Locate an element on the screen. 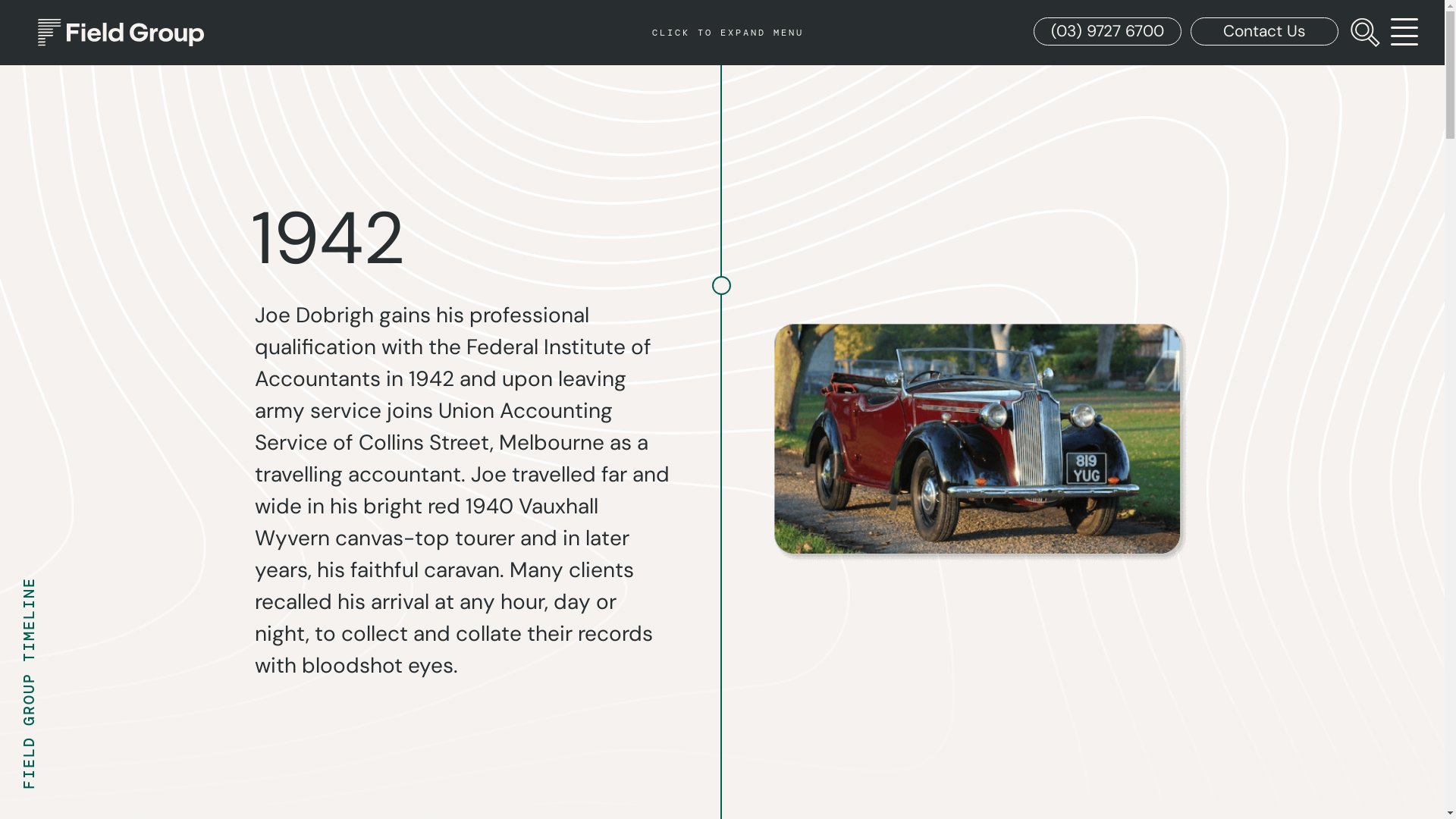  'Contact Us' is located at coordinates (1189, 32).